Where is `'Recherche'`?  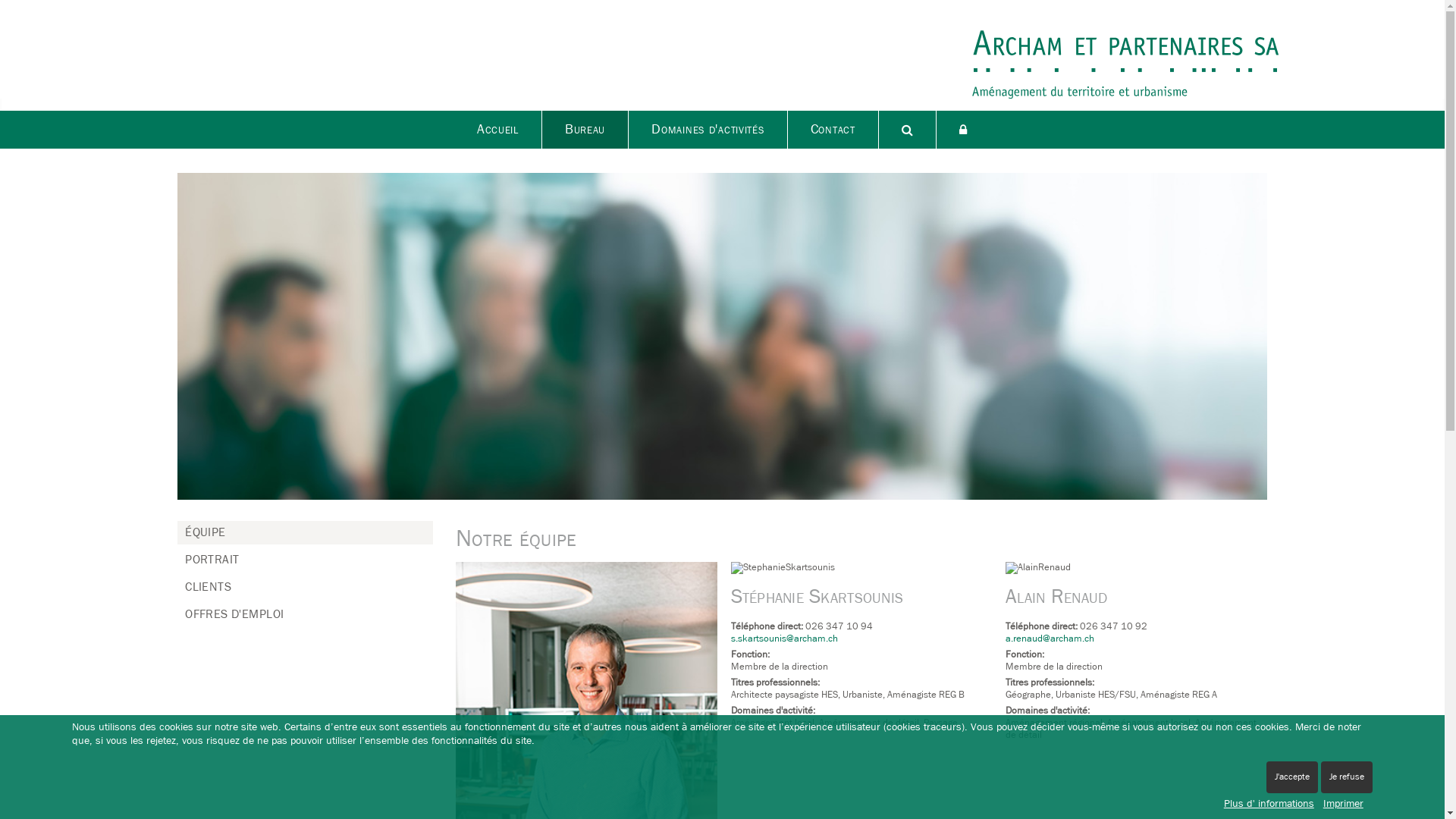
'Recherche' is located at coordinates (907, 128).